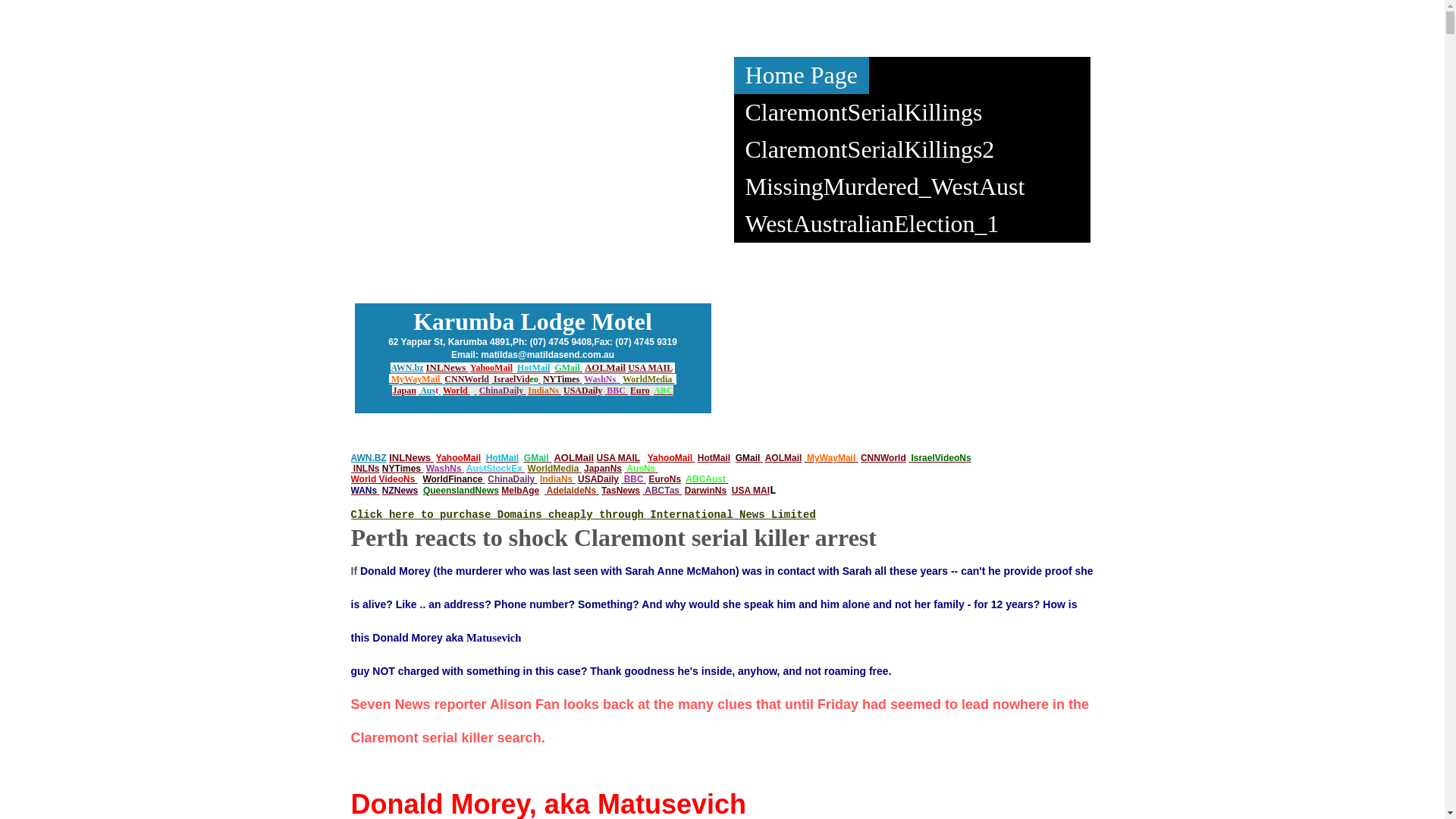 This screenshot has height=819, width=1456. What do you see at coordinates (382, 479) in the screenshot?
I see `'World VideoNs'` at bounding box center [382, 479].